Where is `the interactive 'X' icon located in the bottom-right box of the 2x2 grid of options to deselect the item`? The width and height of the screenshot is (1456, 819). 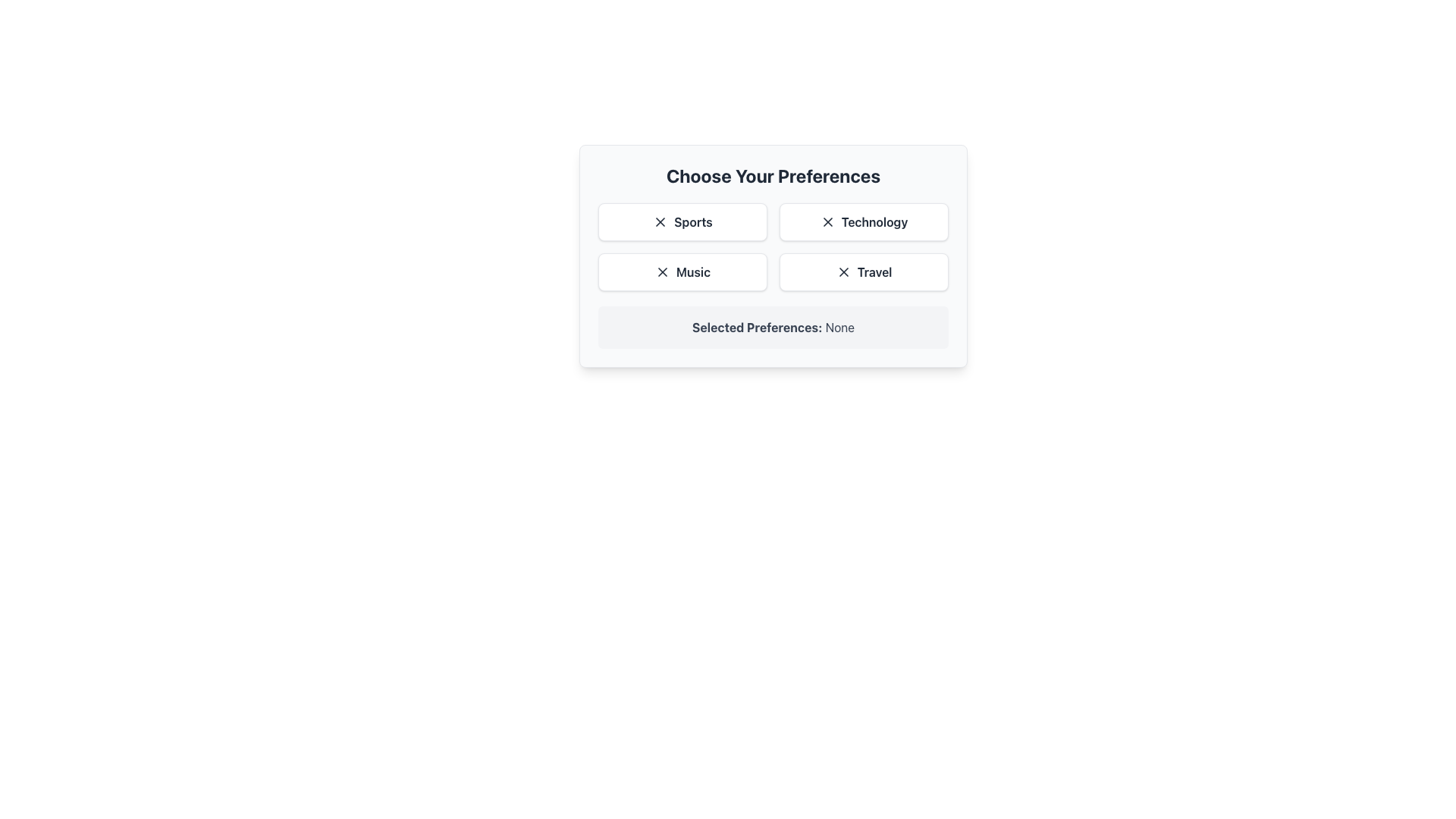 the interactive 'X' icon located in the bottom-right box of the 2x2 grid of options to deselect the item is located at coordinates (843, 271).